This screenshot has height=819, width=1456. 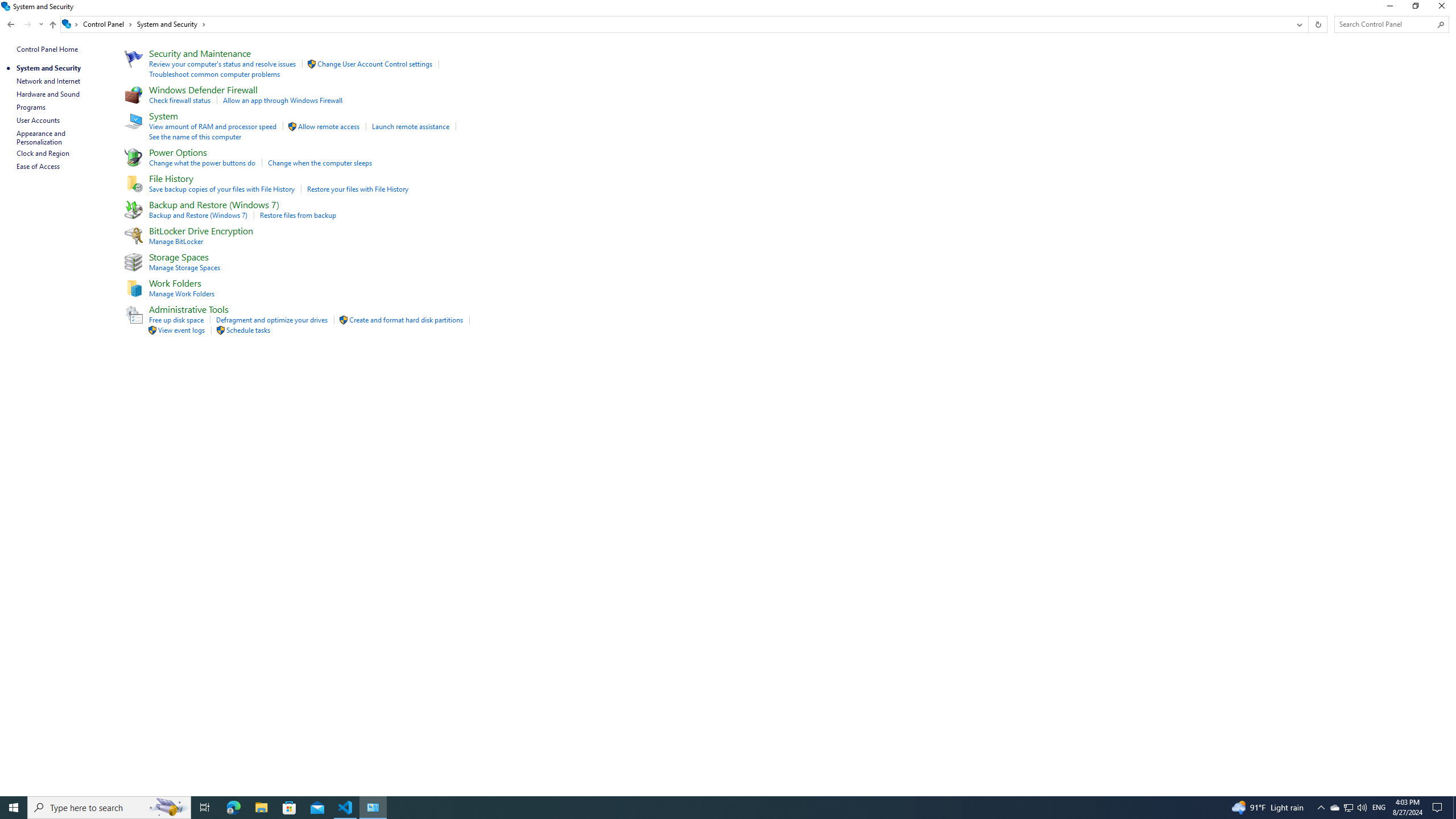 What do you see at coordinates (375, 63) in the screenshot?
I see `'Change User Account Control settings'` at bounding box center [375, 63].